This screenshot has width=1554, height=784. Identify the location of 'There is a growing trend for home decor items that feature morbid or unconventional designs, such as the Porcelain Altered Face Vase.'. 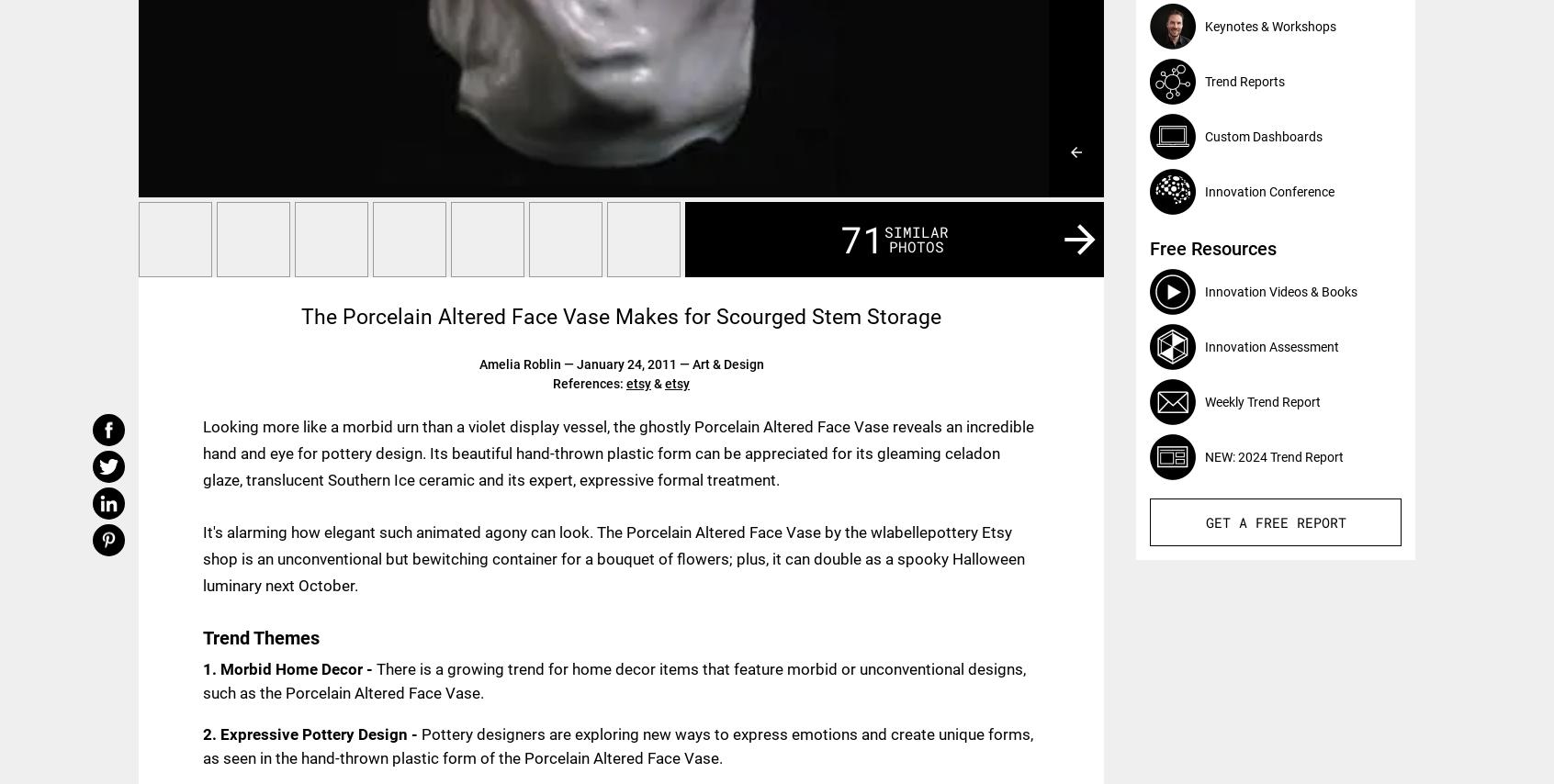
(614, 679).